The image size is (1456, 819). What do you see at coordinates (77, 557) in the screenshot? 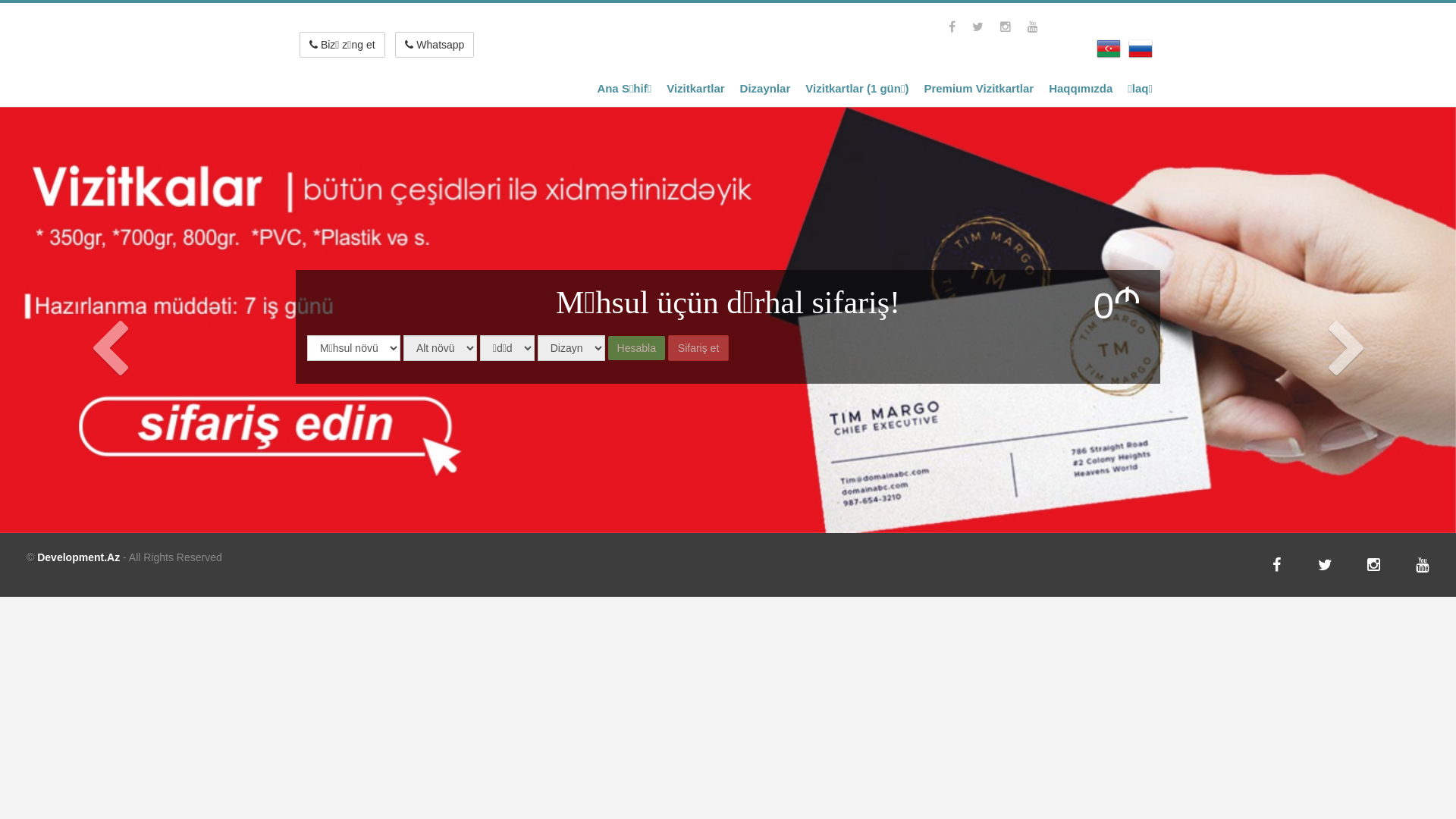
I see `'Development.Az'` at bounding box center [77, 557].